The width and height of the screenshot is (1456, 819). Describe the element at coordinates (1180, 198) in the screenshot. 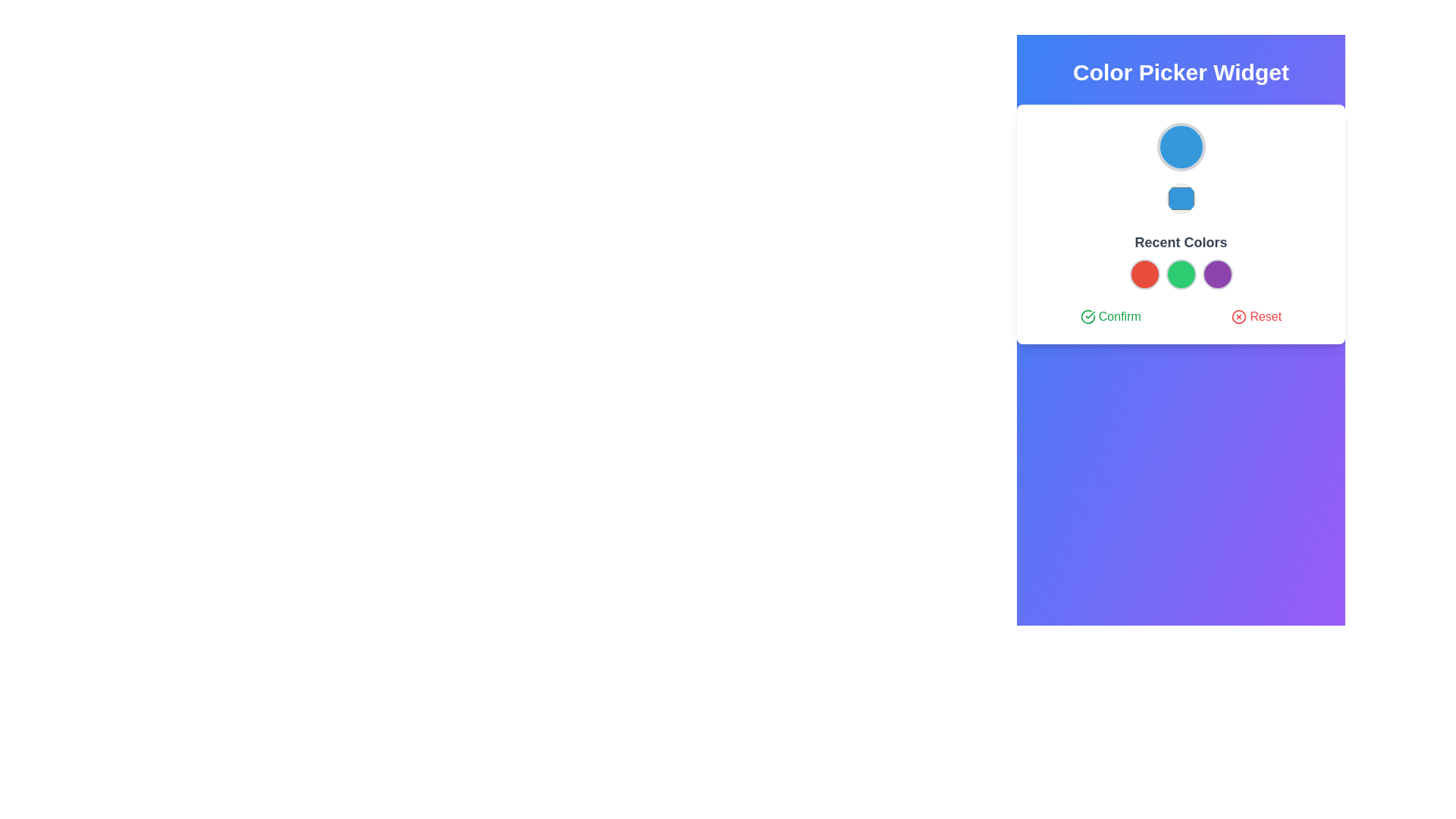

I see `the selectable color button that confirms the blue color, positioned below the larger blue circle in the 'Recent Colors' section` at that location.